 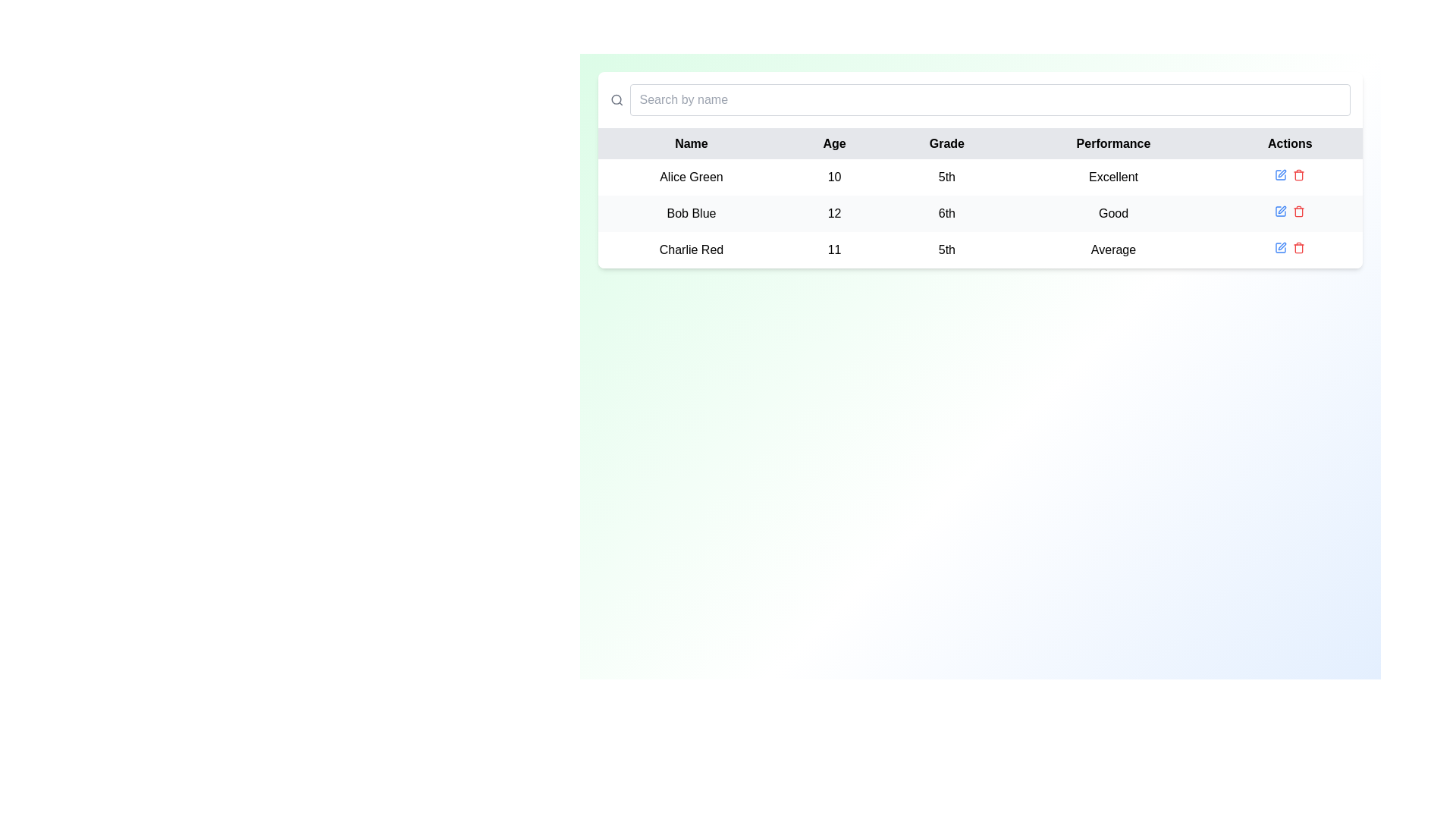 I want to click on the cell in the third row of the data table displaying details for 'Charlie Red', so click(x=980, y=249).